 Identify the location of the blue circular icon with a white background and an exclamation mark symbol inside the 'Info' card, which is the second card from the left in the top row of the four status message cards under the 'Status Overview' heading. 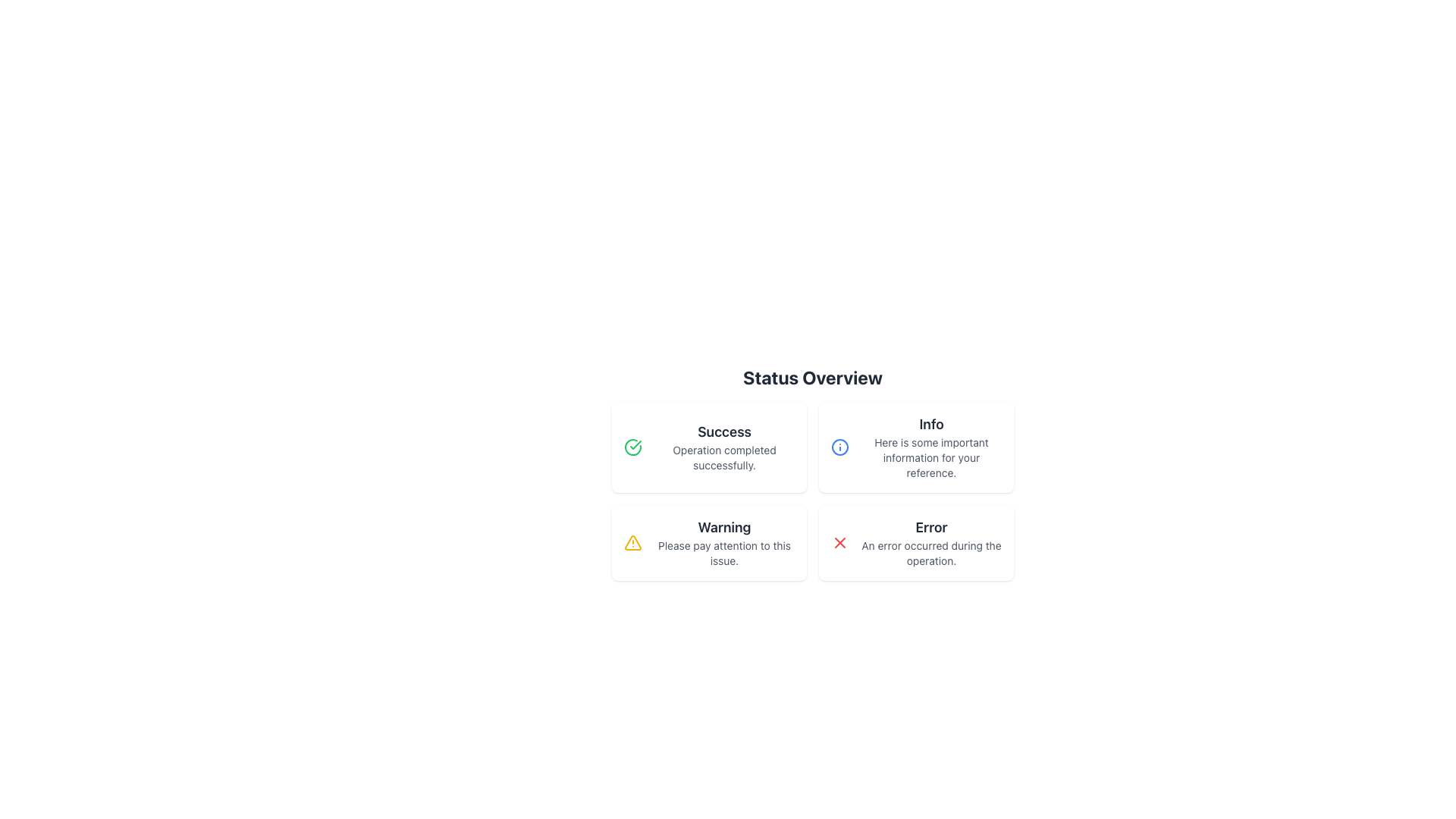
(839, 447).